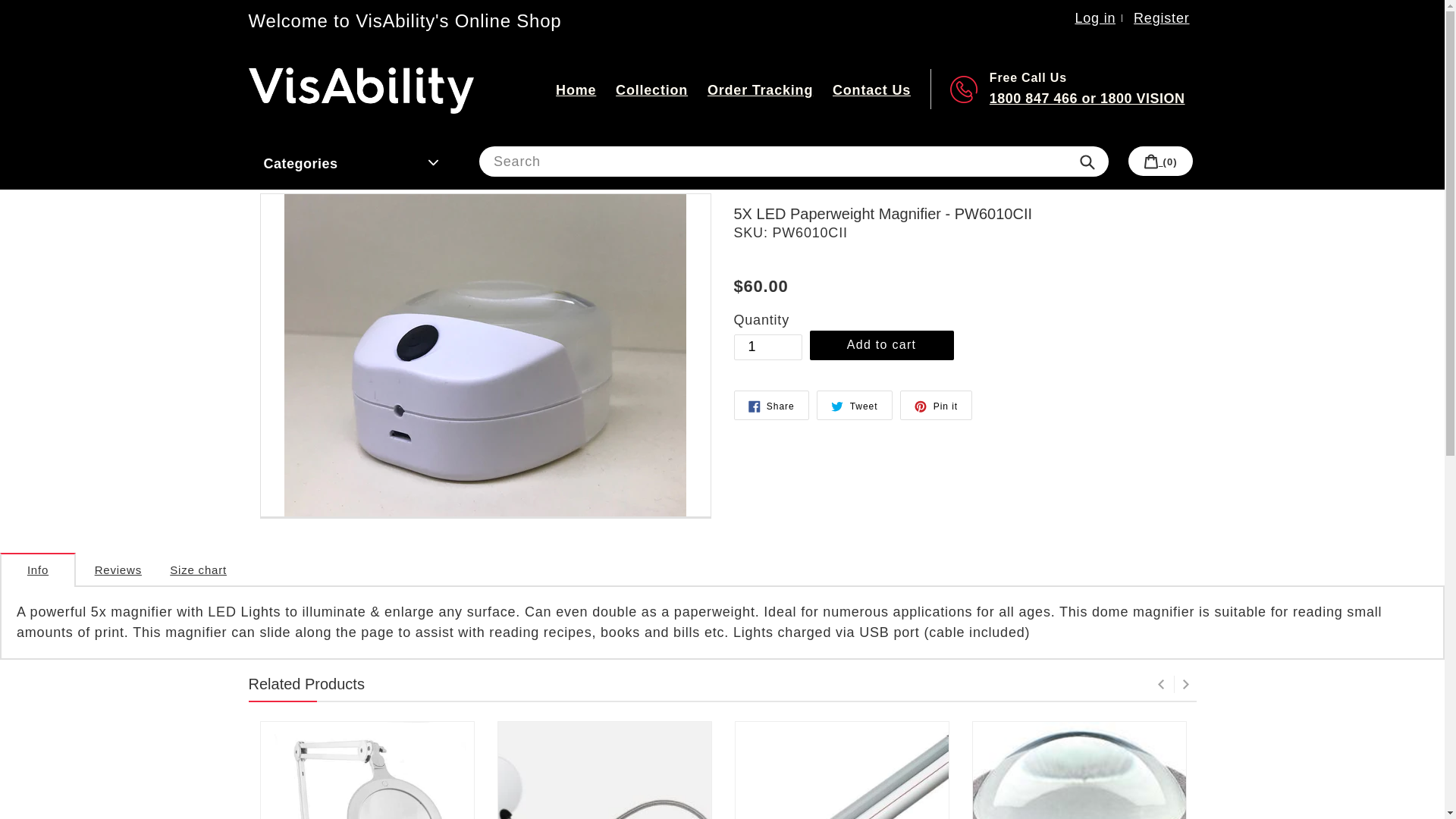 This screenshot has height=819, width=1456. I want to click on 'Submit', so click(1086, 161).